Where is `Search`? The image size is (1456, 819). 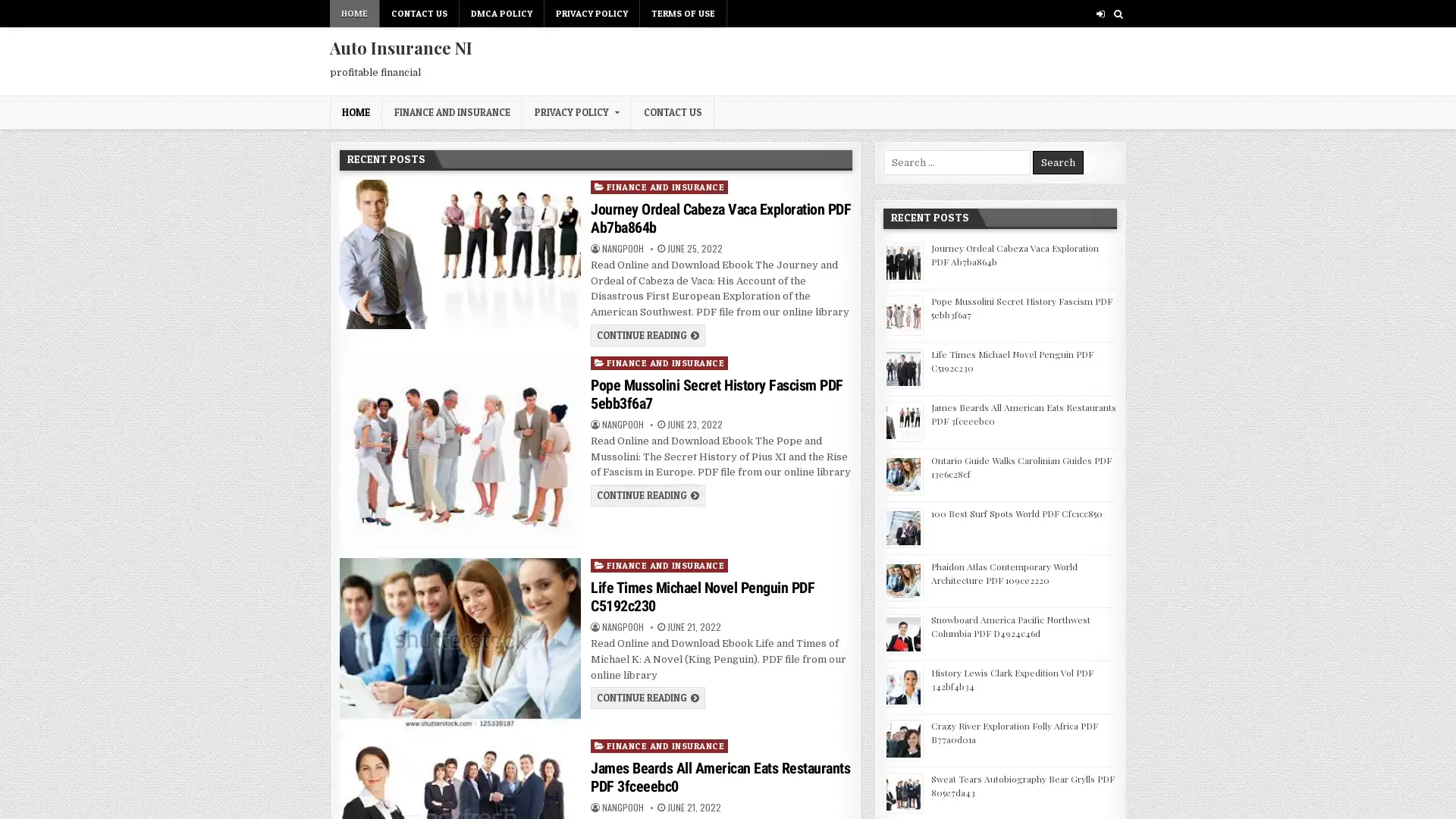
Search is located at coordinates (1057, 162).